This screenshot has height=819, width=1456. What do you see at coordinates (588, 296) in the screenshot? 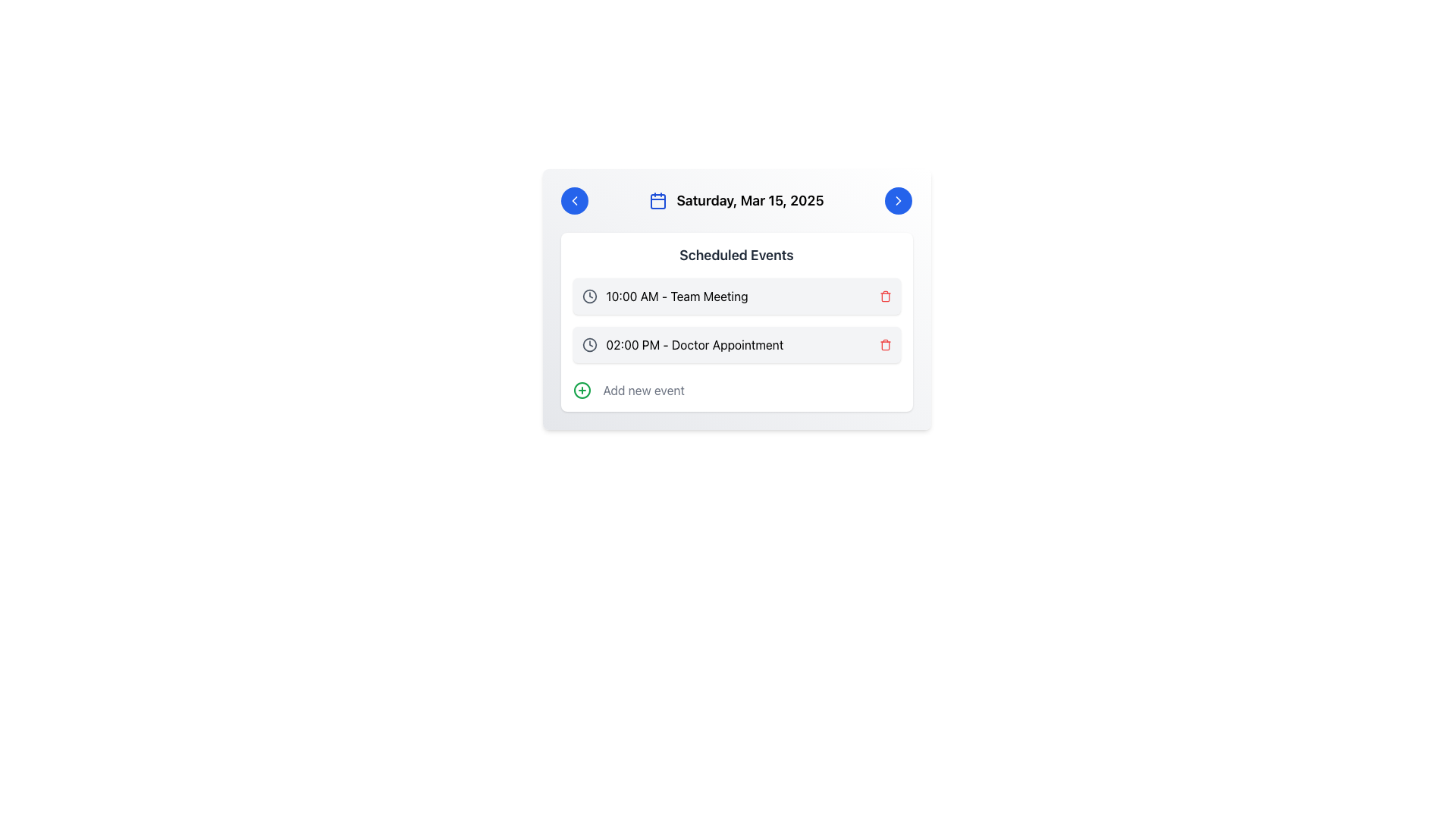
I see `the clock icon located to the left of the '10:00 AM - Team Meeting' text in the 'Scheduled Events' section` at bounding box center [588, 296].